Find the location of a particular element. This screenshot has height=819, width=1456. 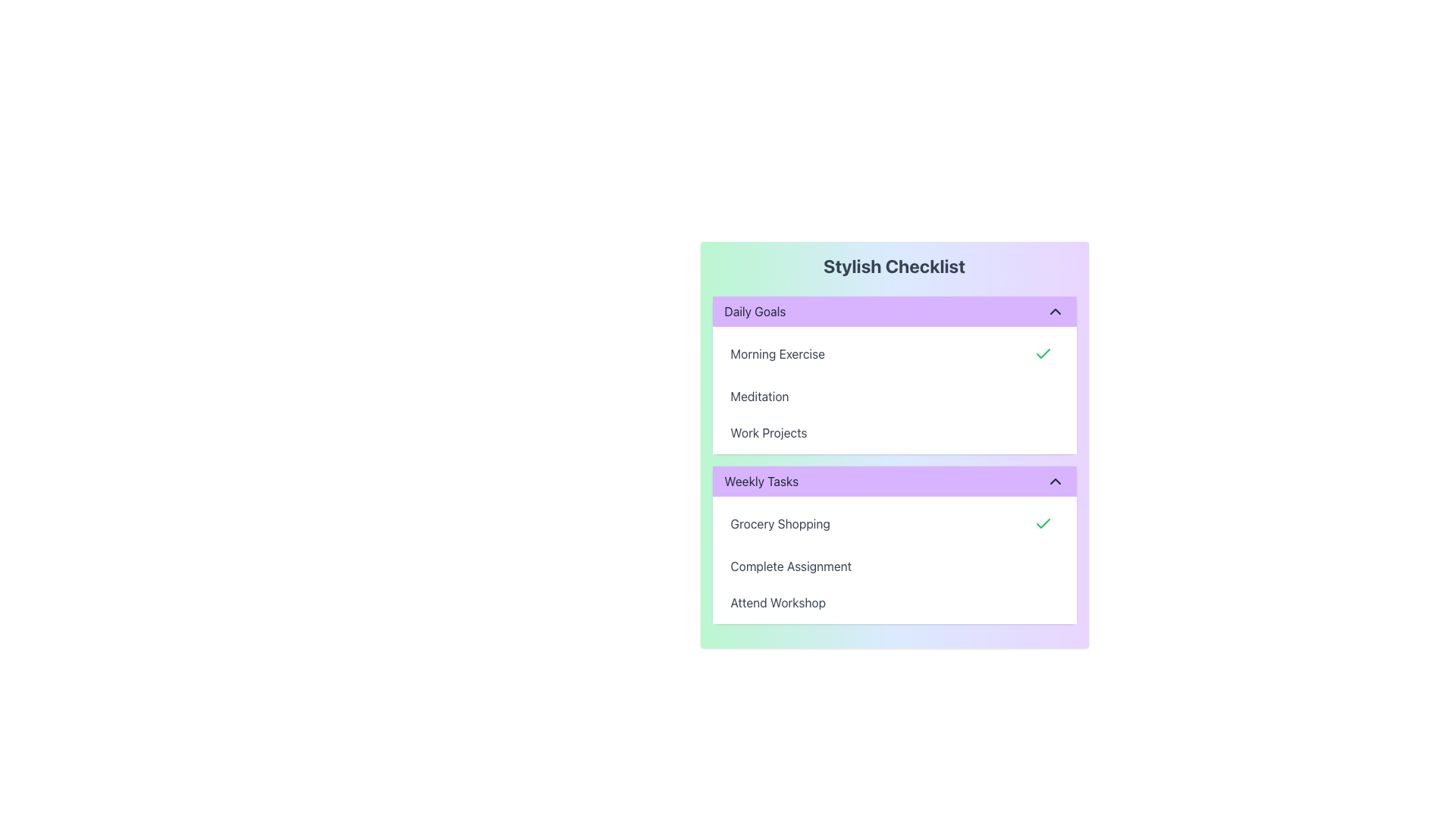

the 'Daily Goals' text element, which is displayed in a medium-sized font on a light purple background, located at the top-left of its section is located at coordinates (755, 311).